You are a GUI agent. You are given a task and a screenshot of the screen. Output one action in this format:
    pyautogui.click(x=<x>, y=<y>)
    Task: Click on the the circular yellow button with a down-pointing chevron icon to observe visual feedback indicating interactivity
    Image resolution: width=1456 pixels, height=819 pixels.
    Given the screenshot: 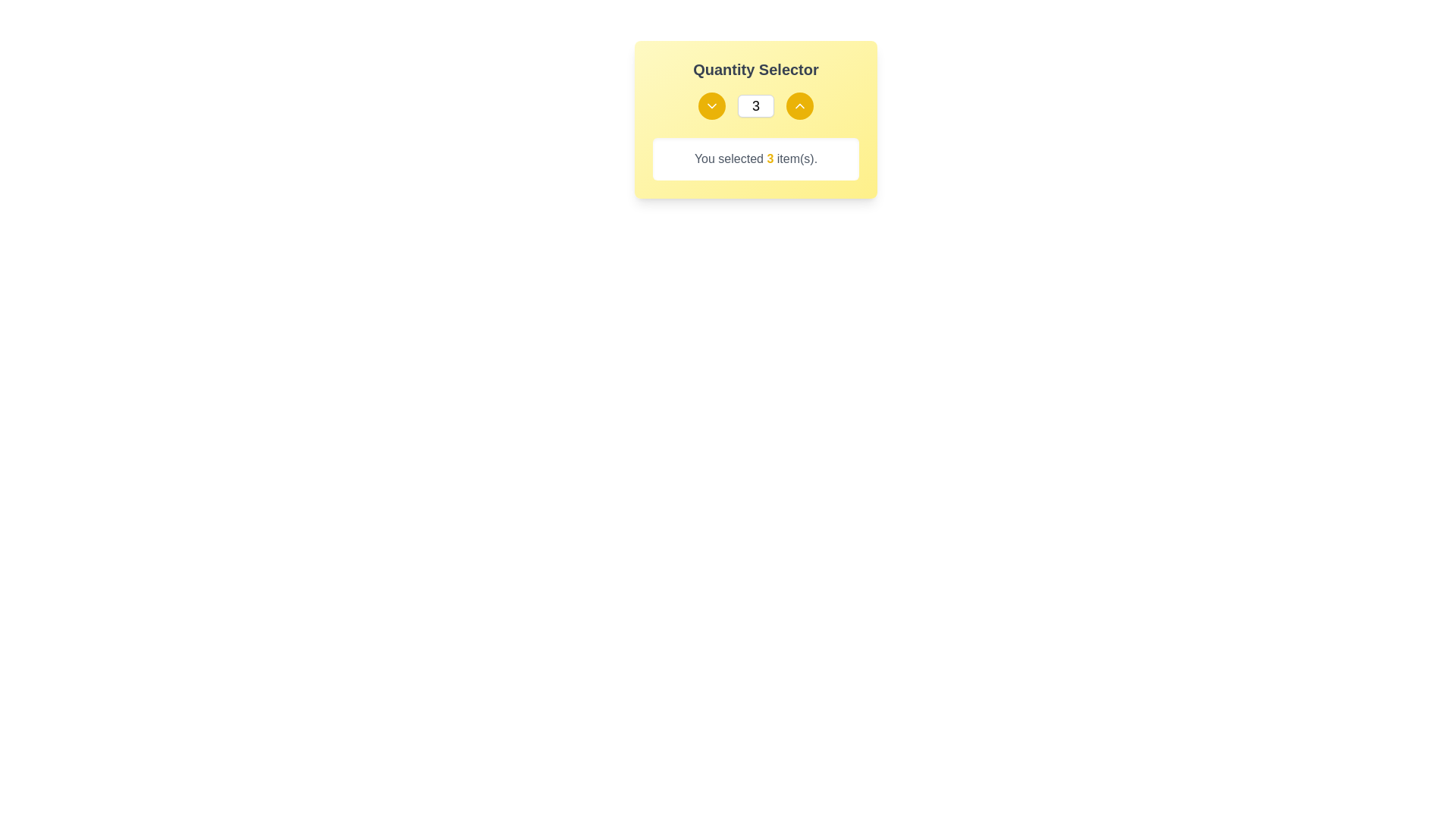 What is the action you would take?
    pyautogui.click(x=711, y=105)
    